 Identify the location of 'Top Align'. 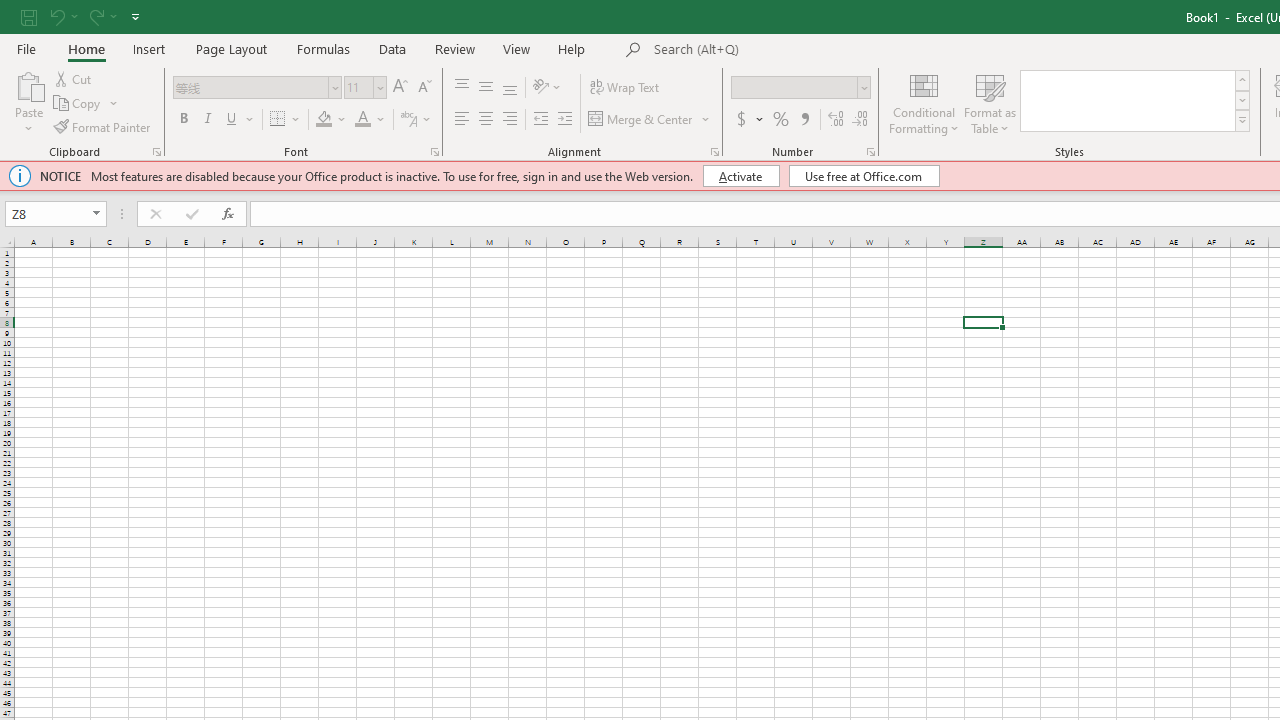
(461, 86).